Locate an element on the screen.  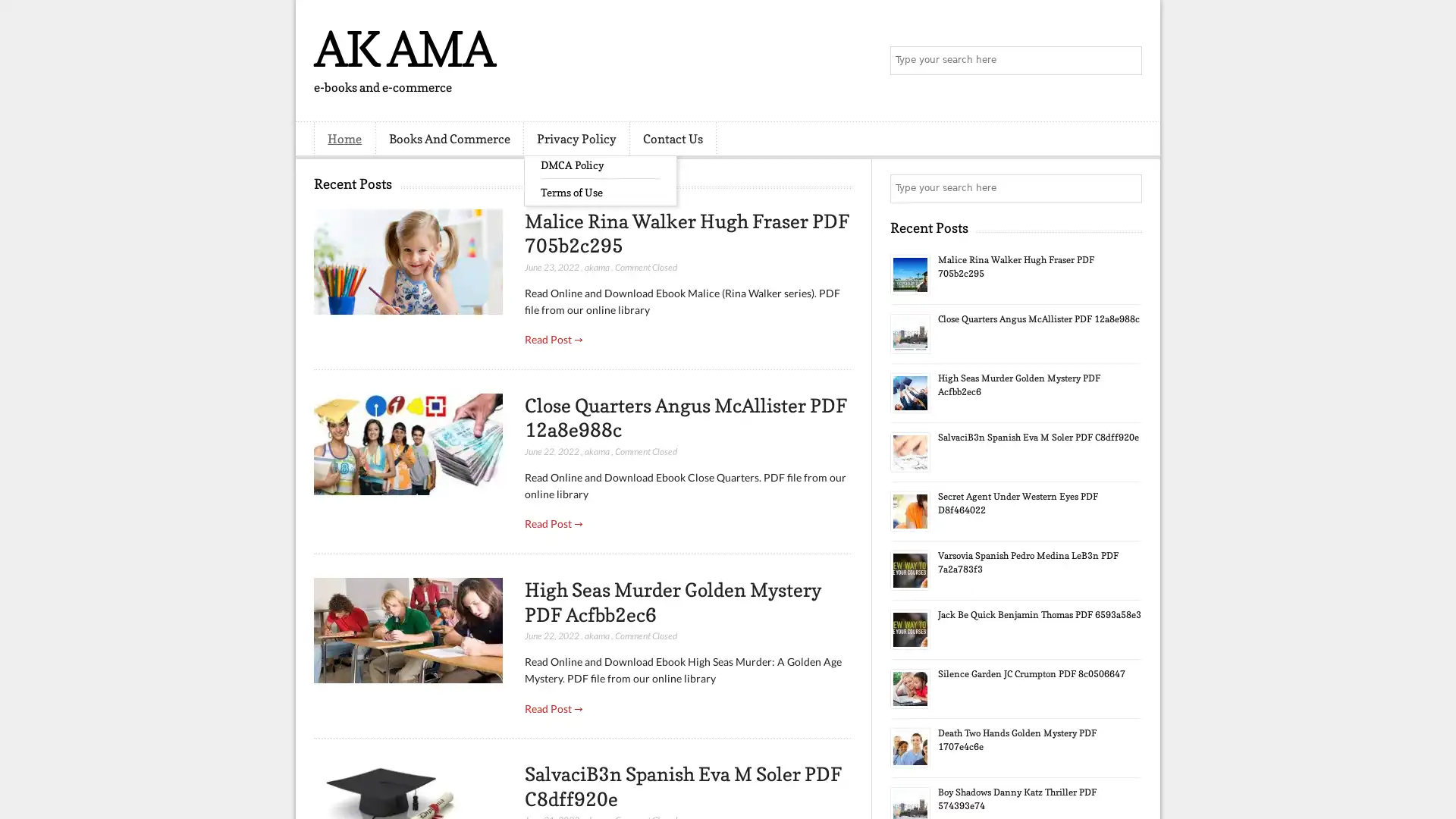
Search is located at coordinates (1126, 188).